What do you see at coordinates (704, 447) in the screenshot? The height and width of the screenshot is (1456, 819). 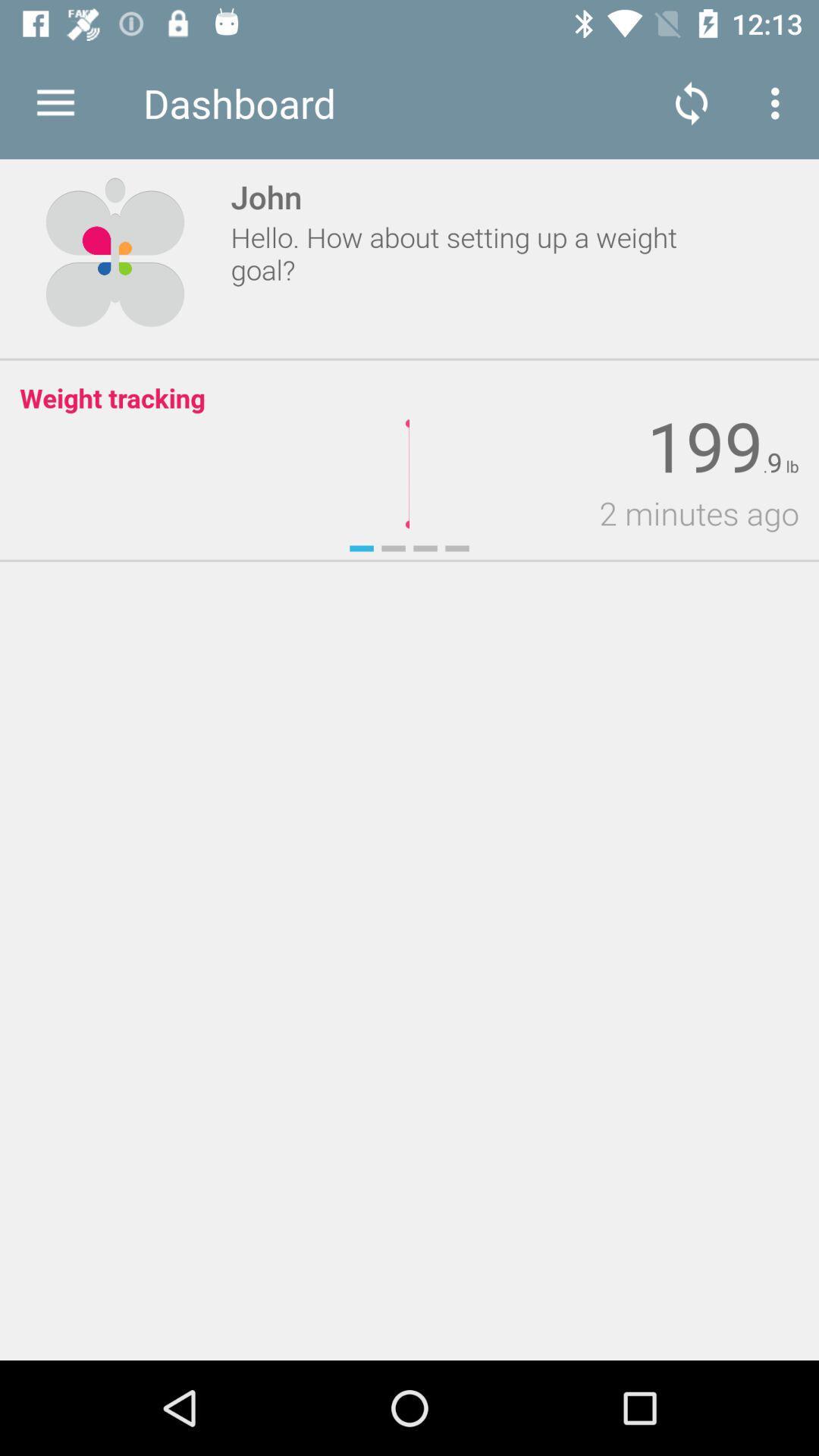 I see `item above 2 minutes ago item` at bounding box center [704, 447].